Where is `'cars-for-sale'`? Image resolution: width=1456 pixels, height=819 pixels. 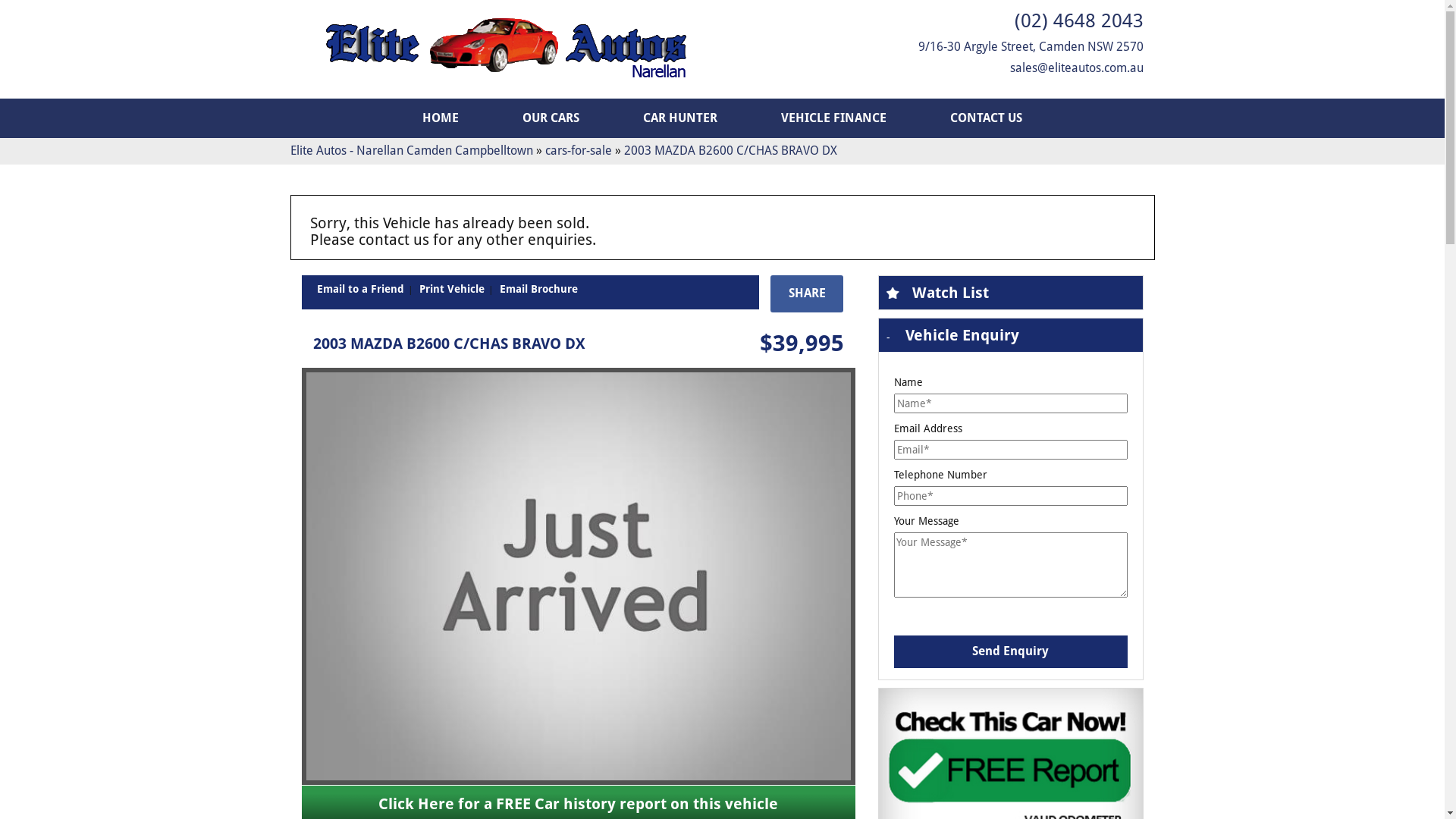
'cars-for-sale' is located at coordinates (577, 150).